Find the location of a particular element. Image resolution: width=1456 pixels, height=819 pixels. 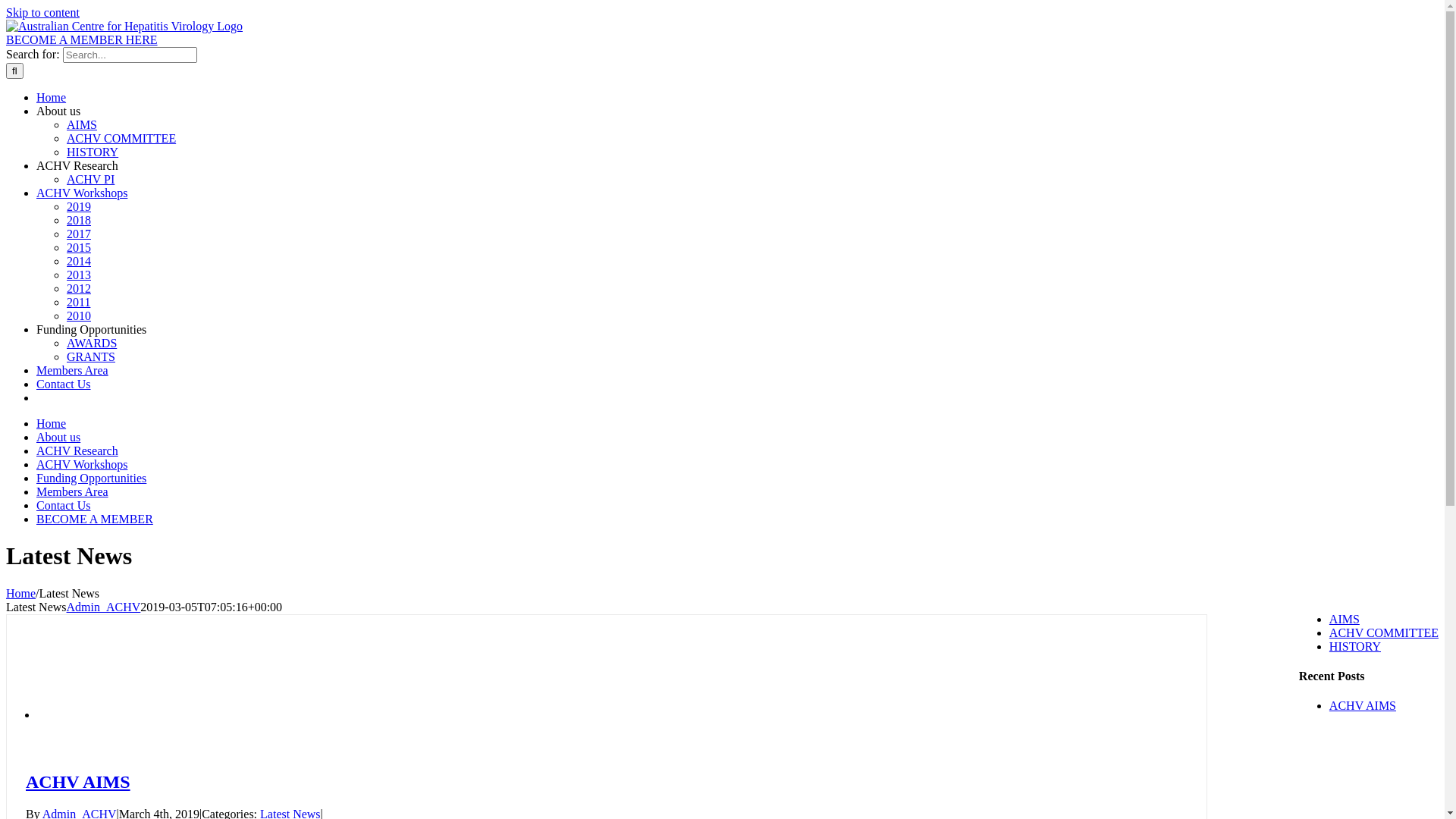

'2014' is located at coordinates (78, 260).